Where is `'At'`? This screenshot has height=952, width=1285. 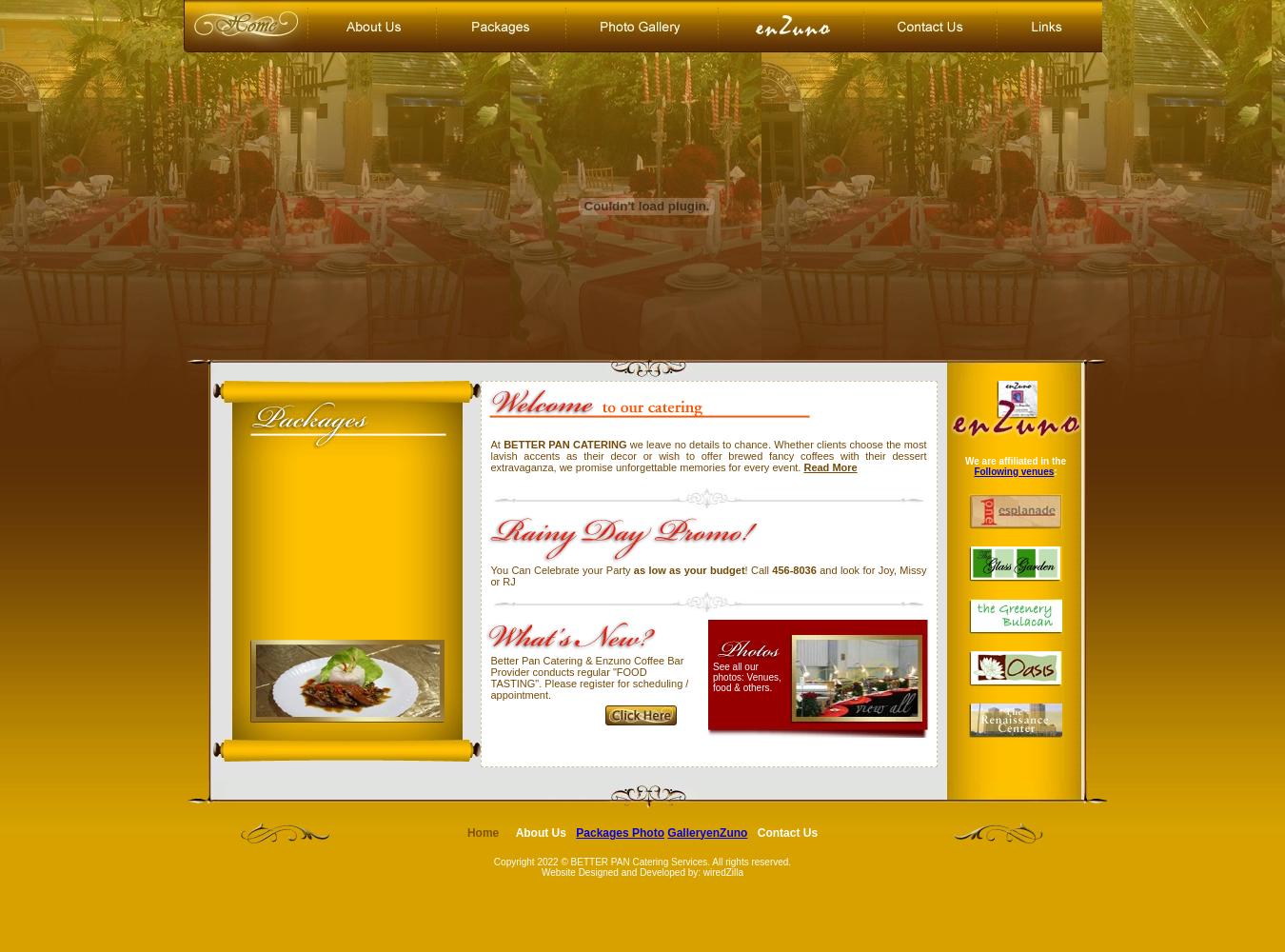 'At' is located at coordinates (496, 444).